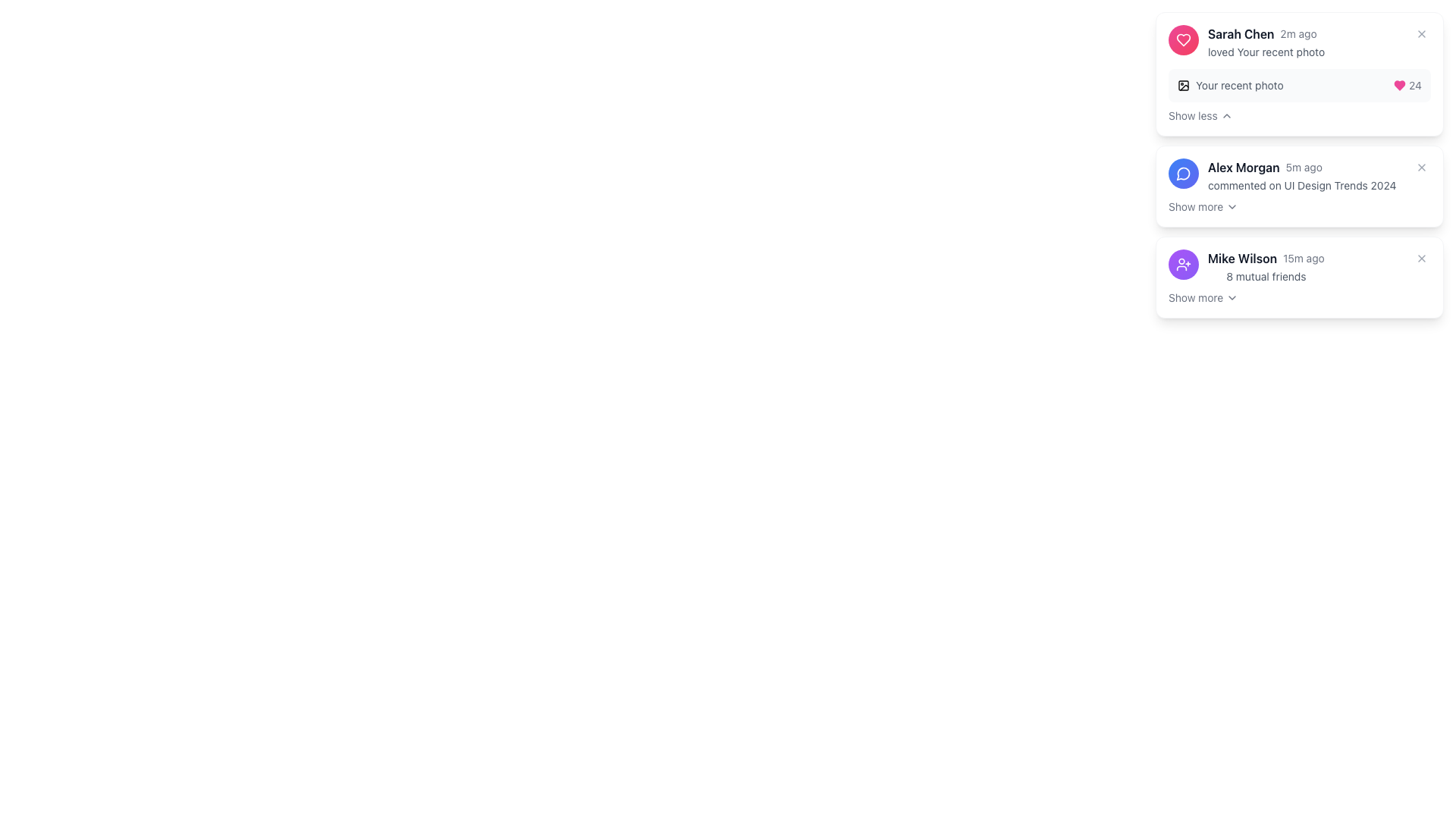  Describe the element at coordinates (1266, 34) in the screenshot. I see `the Text information block displaying 'Sarah Chen' and '2m ago' at the top left of the notification card` at that location.